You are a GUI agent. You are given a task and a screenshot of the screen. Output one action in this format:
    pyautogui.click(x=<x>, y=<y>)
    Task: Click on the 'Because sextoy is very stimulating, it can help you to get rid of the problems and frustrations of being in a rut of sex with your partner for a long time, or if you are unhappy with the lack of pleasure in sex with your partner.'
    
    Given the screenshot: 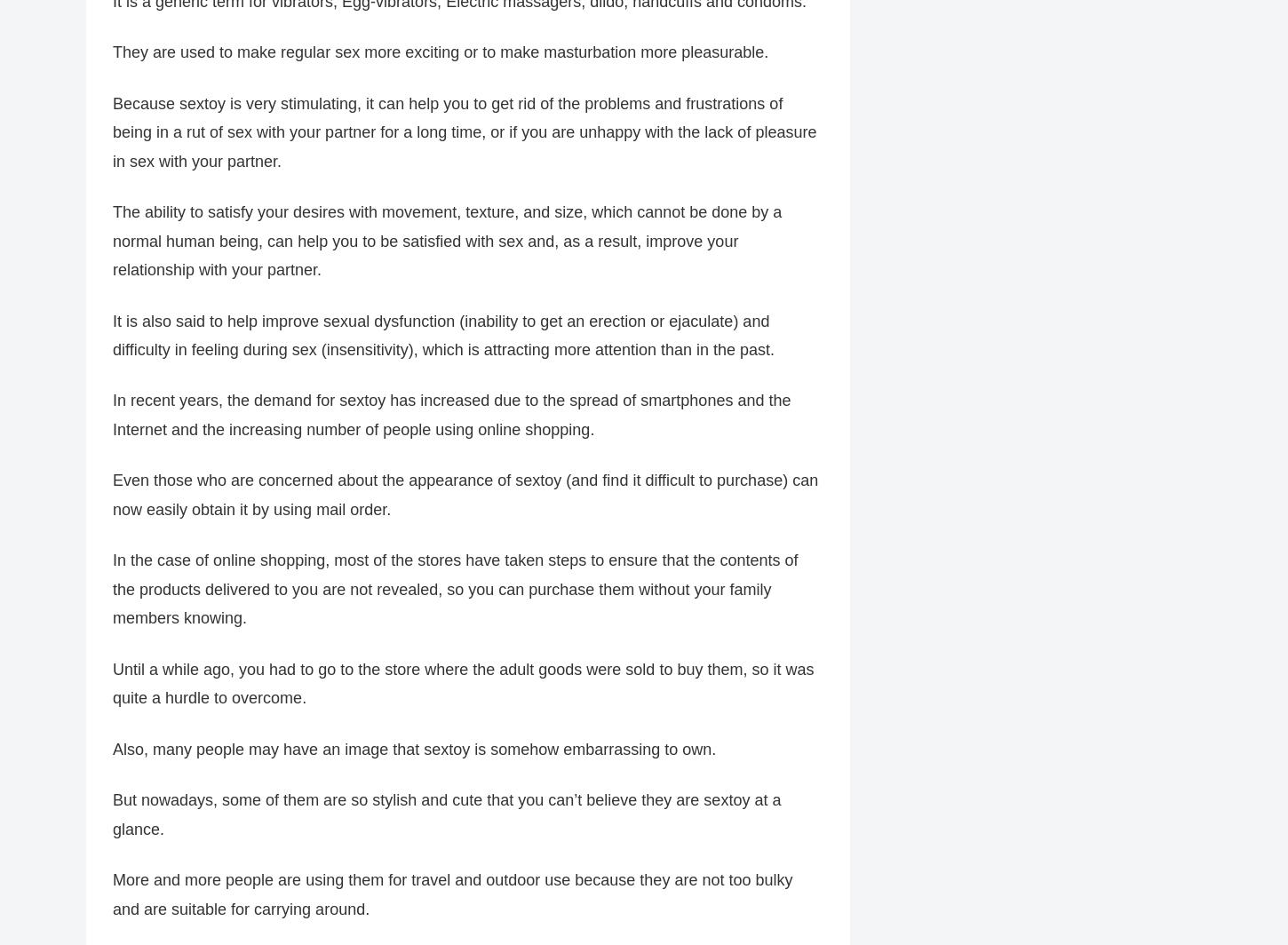 What is the action you would take?
    pyautogui.click(x=465, y=131)
    